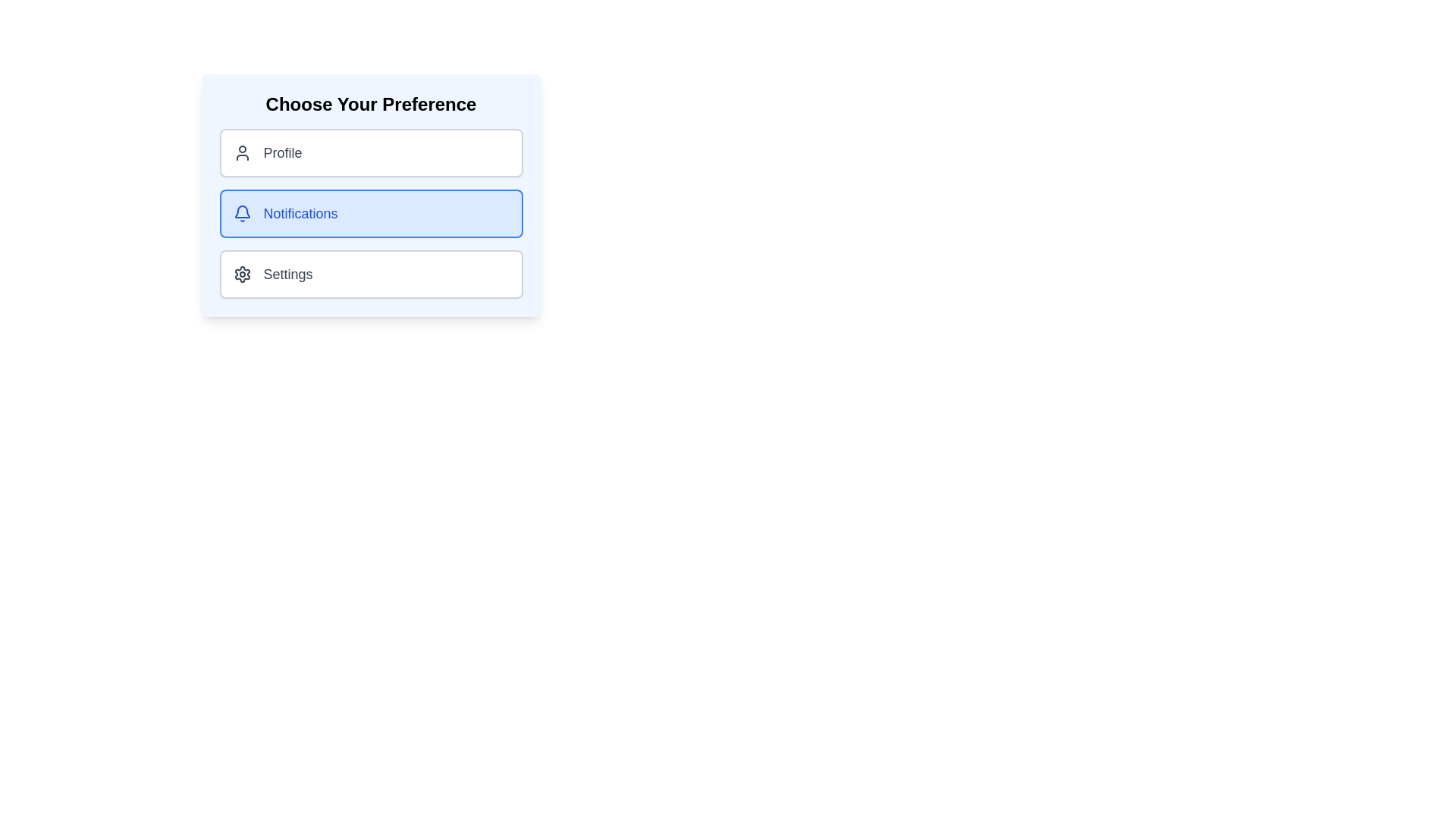 The image size is (1456, 819). I want to click on the second option in the vertical menu list under 'Choose Your Preference', so click(371, 195).